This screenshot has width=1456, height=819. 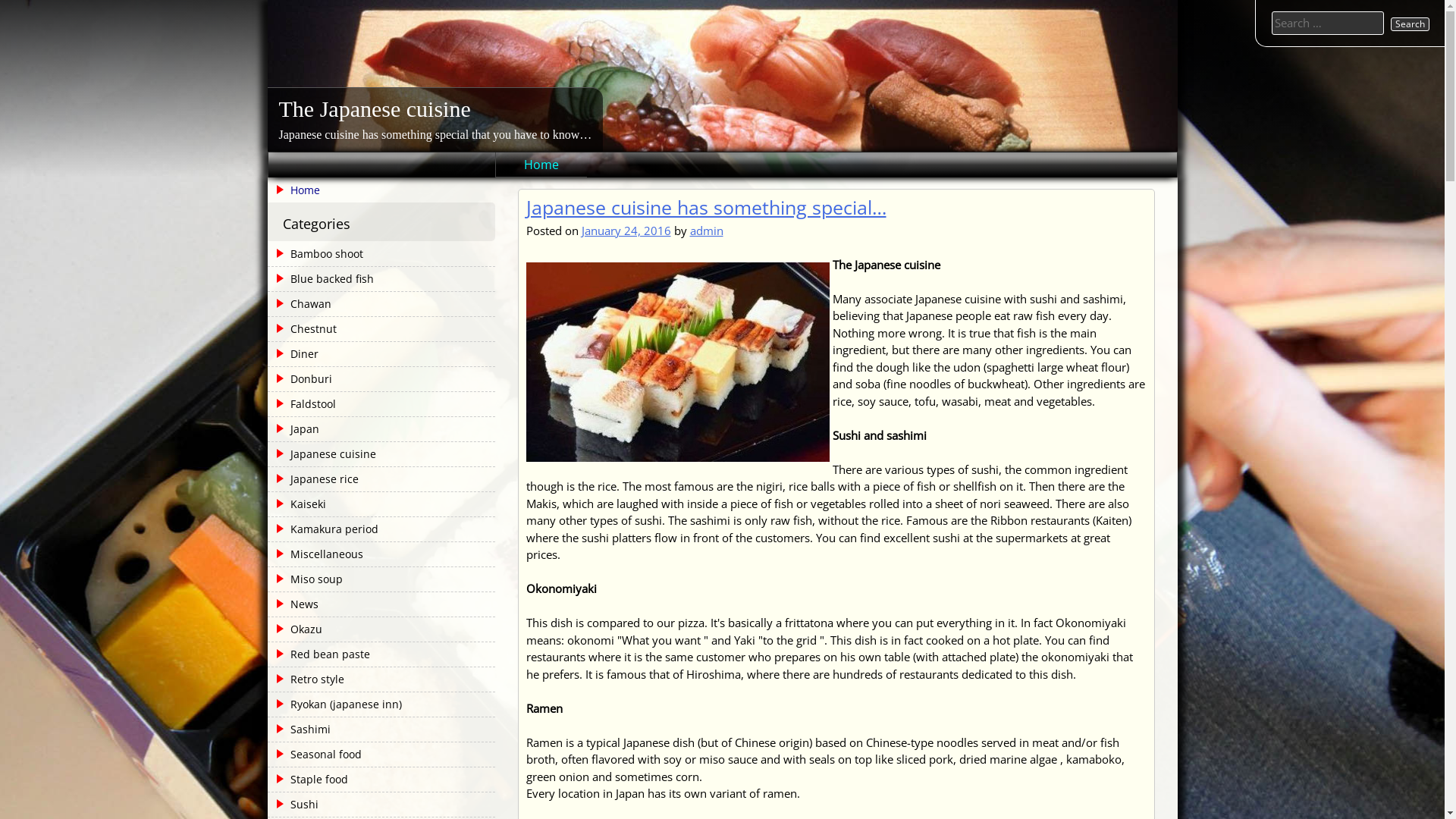 I want to click on 'Ryokan (japanese inn)', so click(x=266, y=704).